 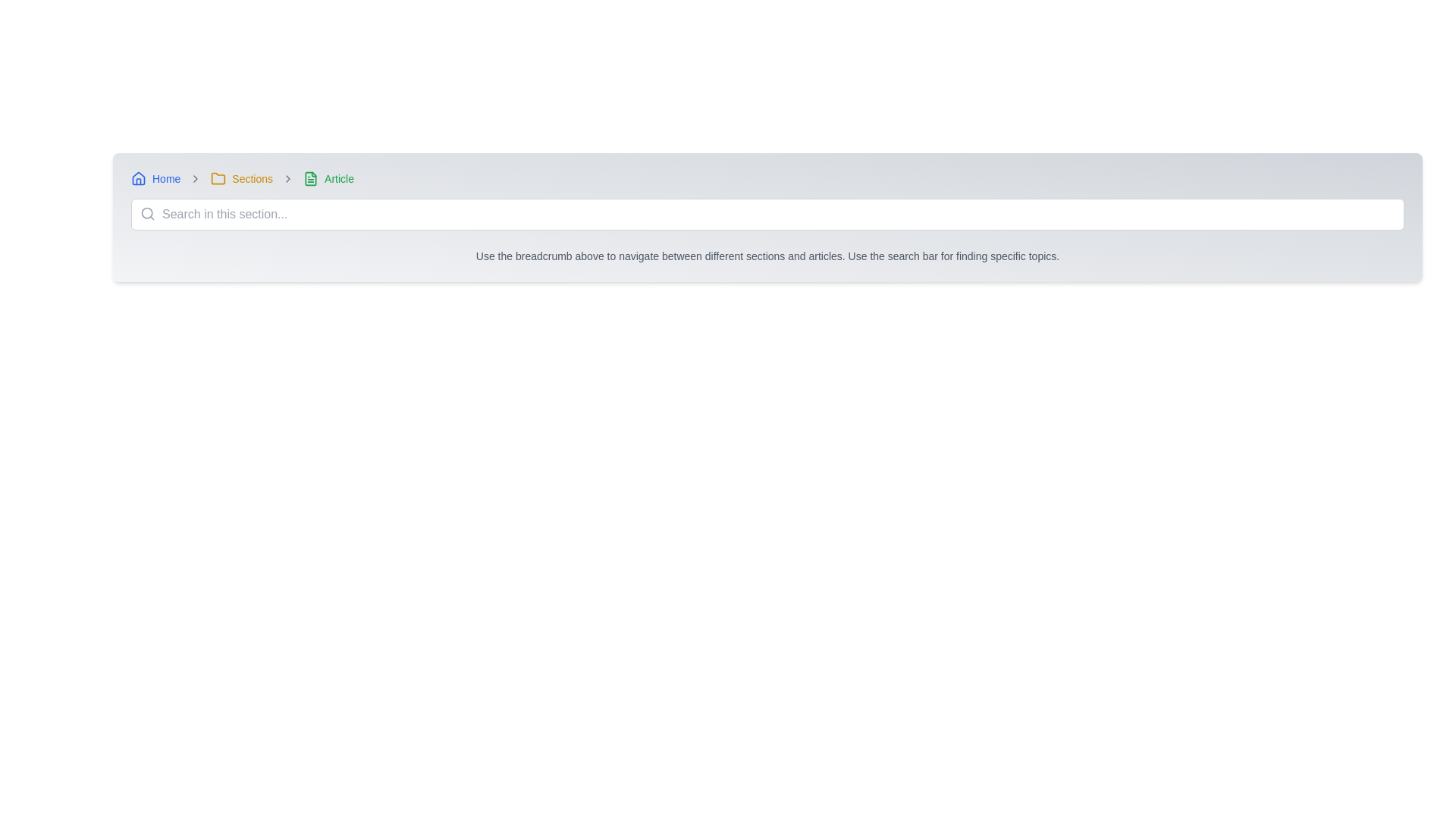 I want to click on the yellow folder icon located in the breadcrumb navigation bar, positioned to the left of the 'Sections' text link, so click(x=218, y=177).